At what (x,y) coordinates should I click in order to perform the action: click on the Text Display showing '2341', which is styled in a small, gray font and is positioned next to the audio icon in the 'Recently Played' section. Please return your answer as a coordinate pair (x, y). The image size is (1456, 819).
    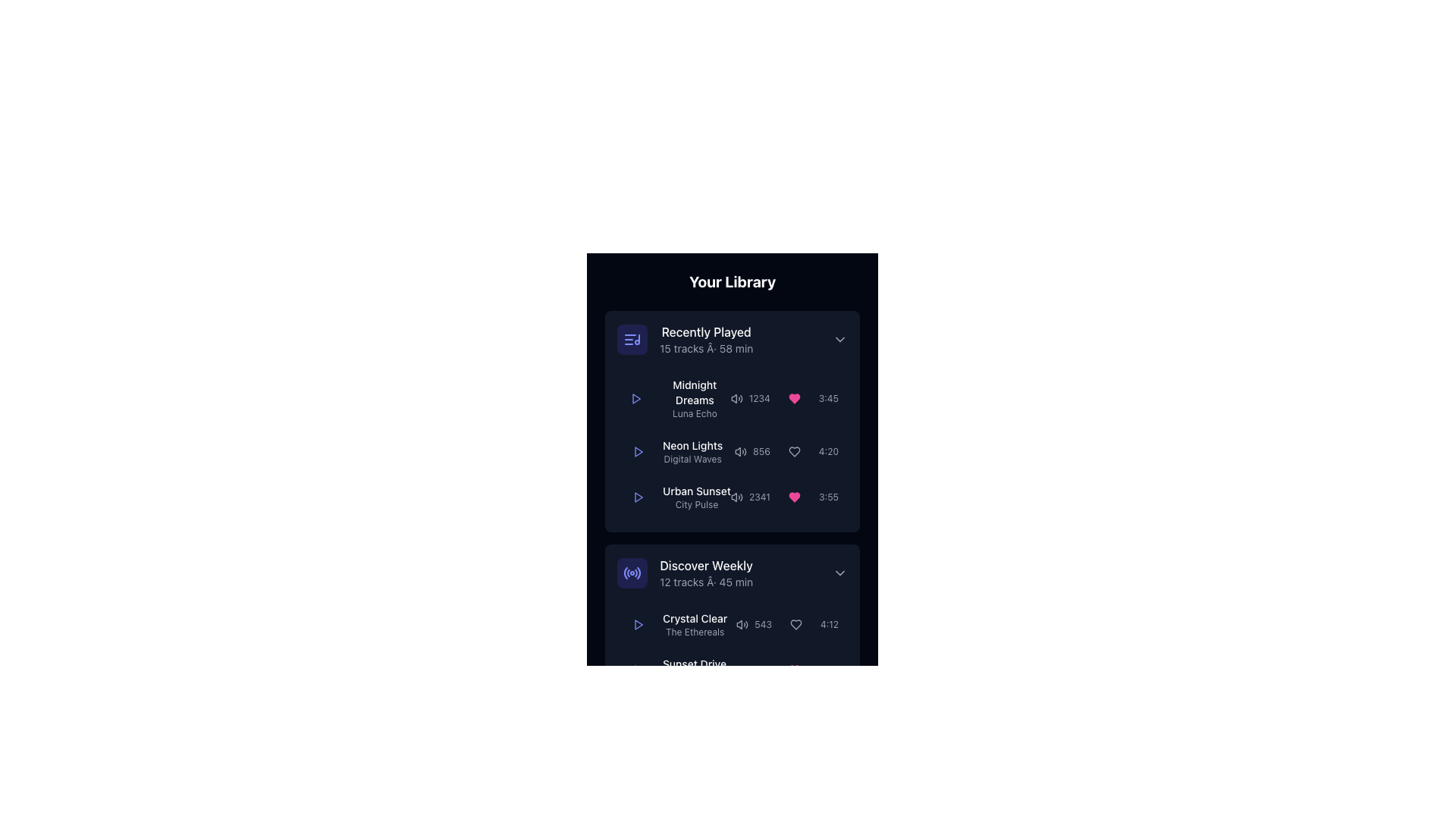
    Looking at the image, I should click on (750, 497).